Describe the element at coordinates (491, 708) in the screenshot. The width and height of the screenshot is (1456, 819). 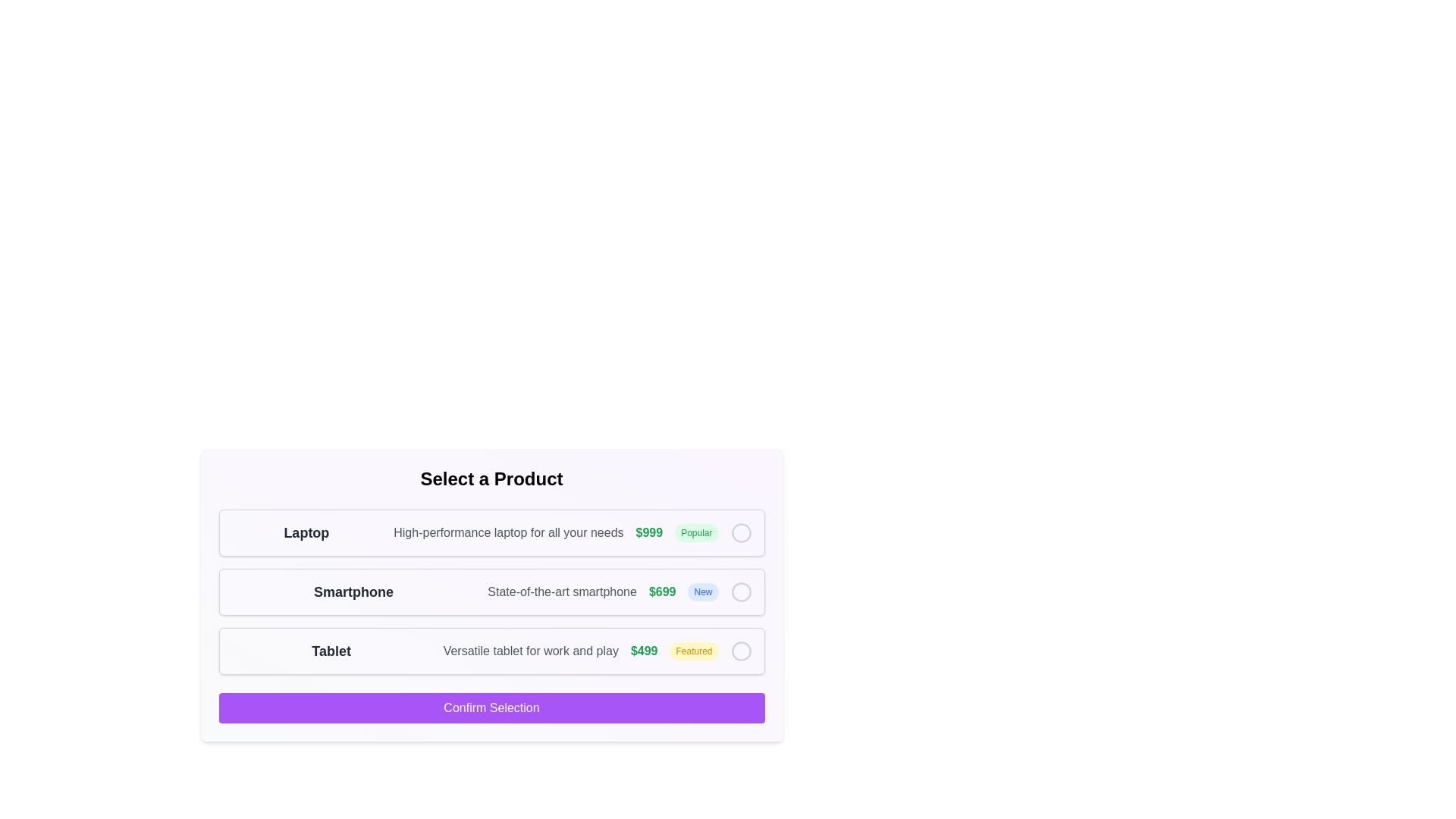
I see `the 'Confirm Selection' button located at the bottom of the 'Select a Product' section` at that location.